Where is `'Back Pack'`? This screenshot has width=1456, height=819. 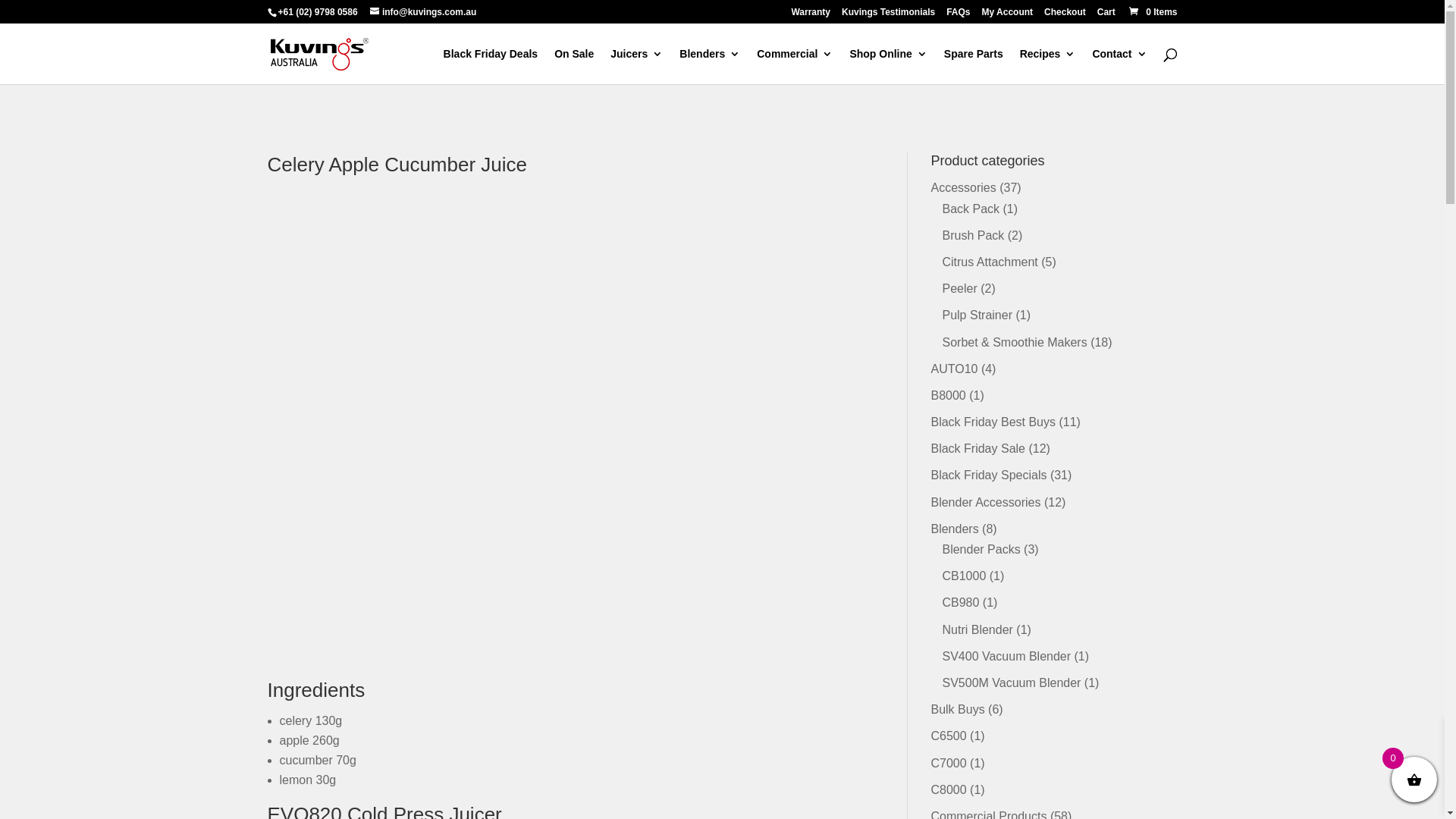 'Back Pack' is located at coordinates (971, 209).